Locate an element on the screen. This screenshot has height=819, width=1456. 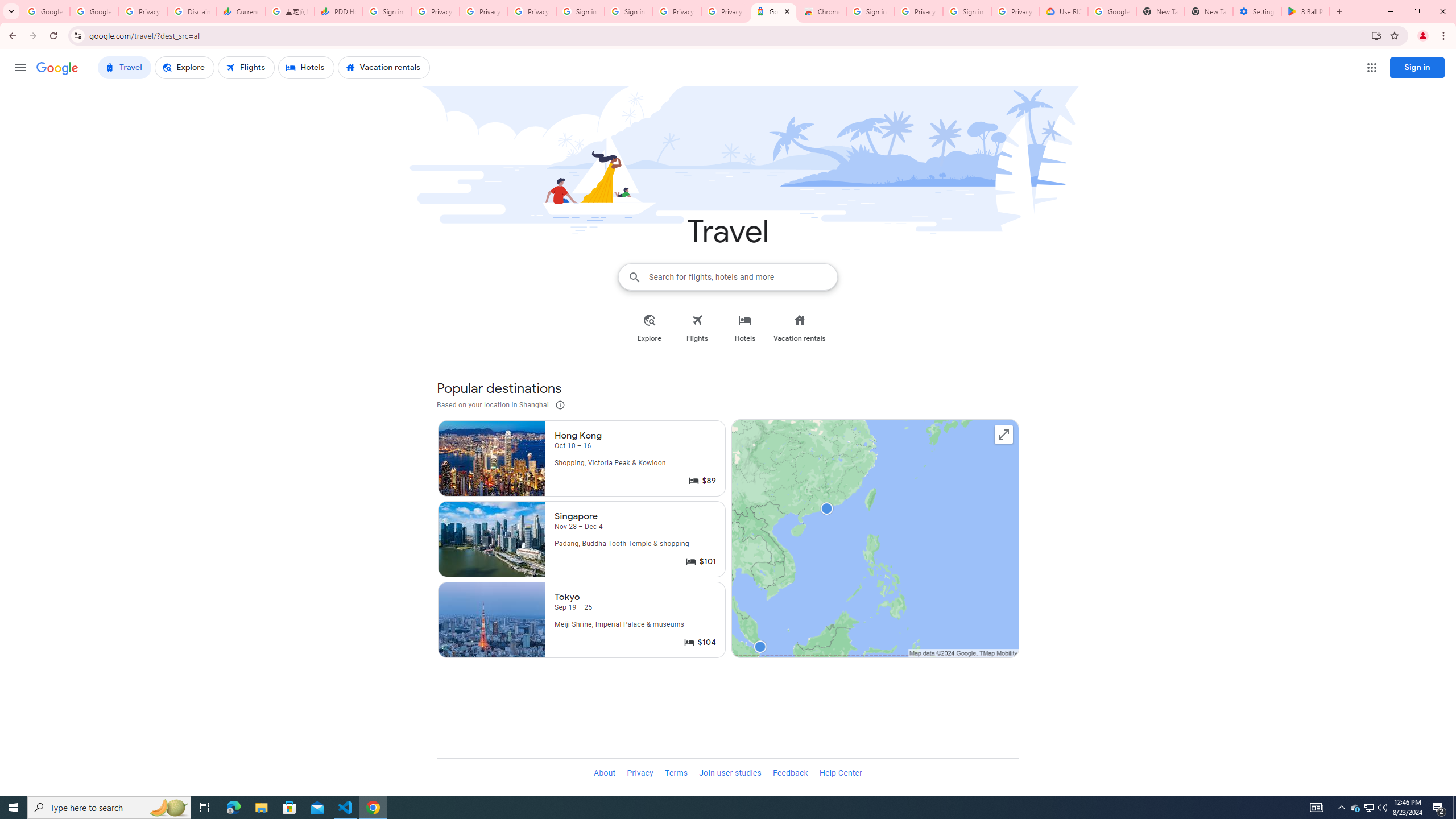
'Flights' is located at coordinates (697, 328).